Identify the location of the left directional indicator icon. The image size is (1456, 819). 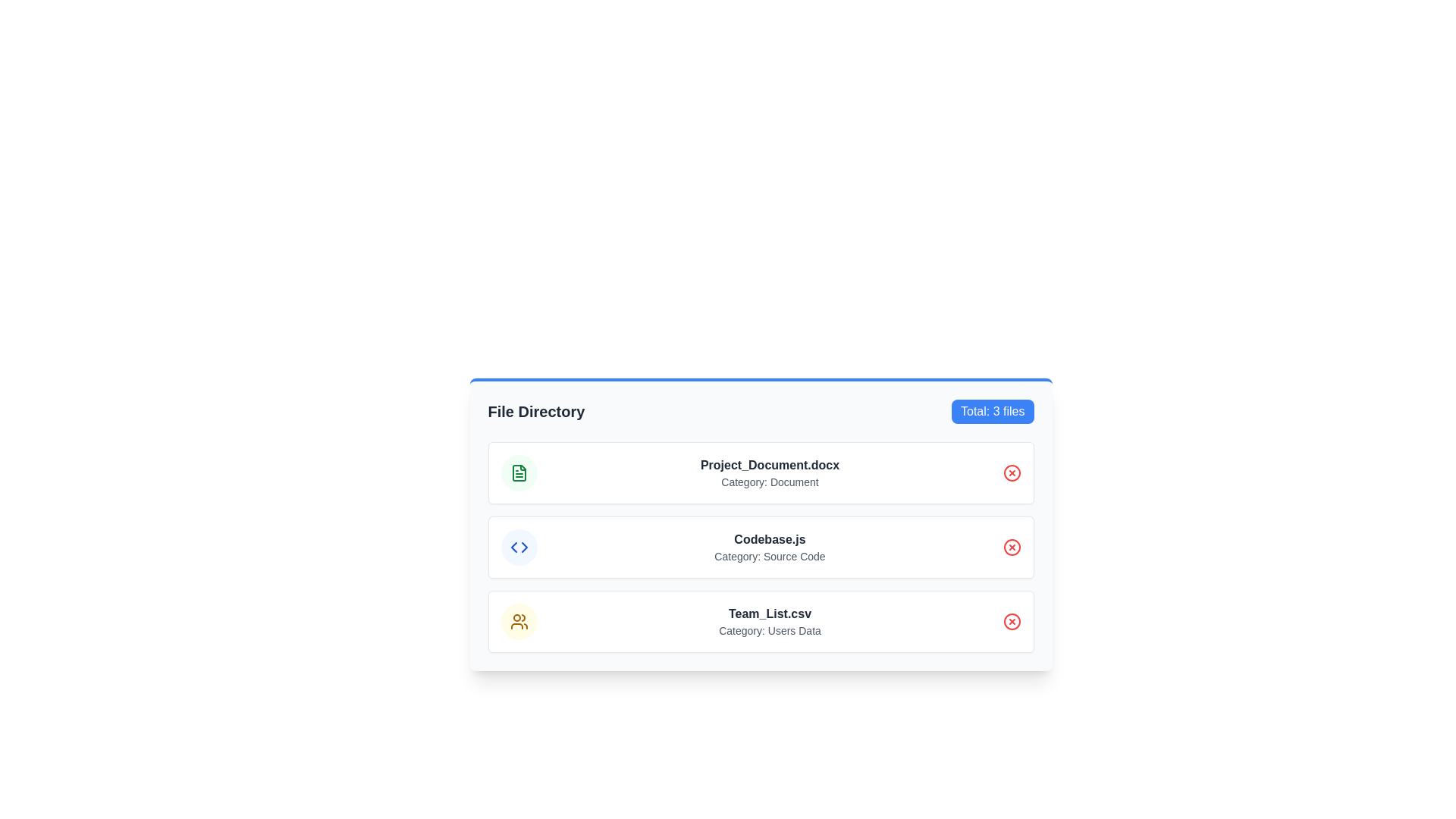
(513, 547).